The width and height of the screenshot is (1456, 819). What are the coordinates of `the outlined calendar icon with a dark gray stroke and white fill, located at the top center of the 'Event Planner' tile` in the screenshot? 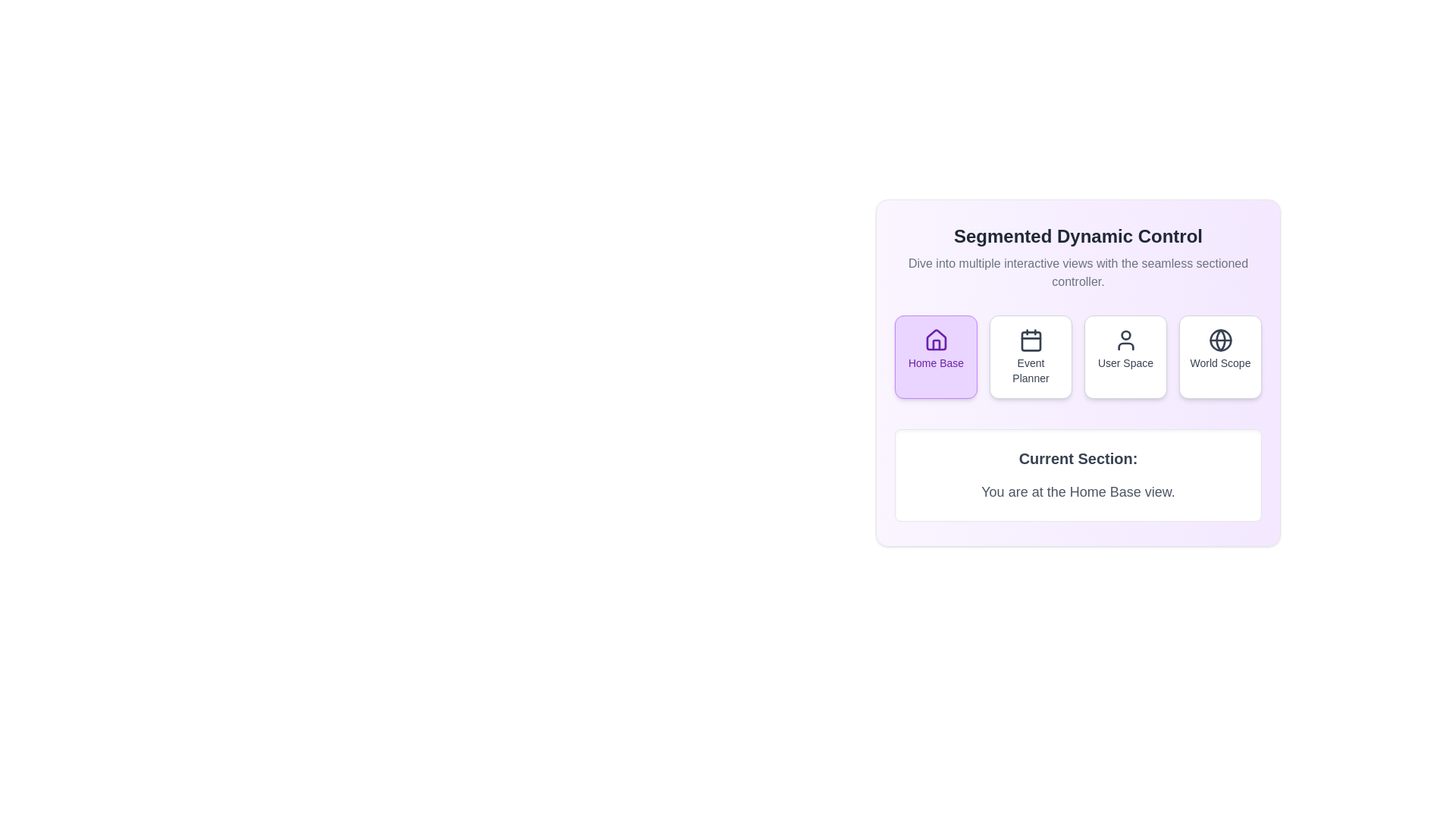 It's located at (1031, 339).